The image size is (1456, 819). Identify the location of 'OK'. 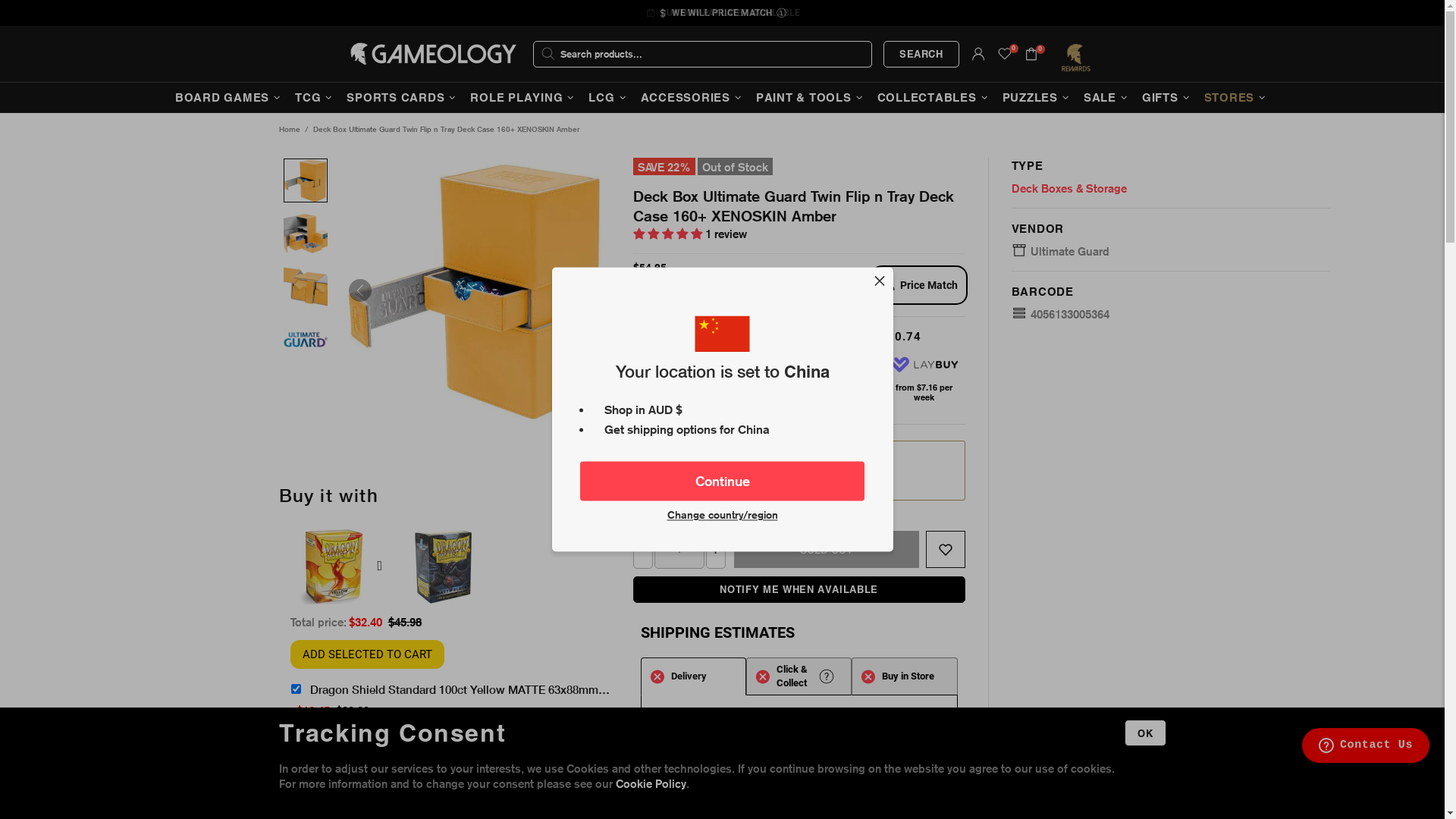
(1145, 732).